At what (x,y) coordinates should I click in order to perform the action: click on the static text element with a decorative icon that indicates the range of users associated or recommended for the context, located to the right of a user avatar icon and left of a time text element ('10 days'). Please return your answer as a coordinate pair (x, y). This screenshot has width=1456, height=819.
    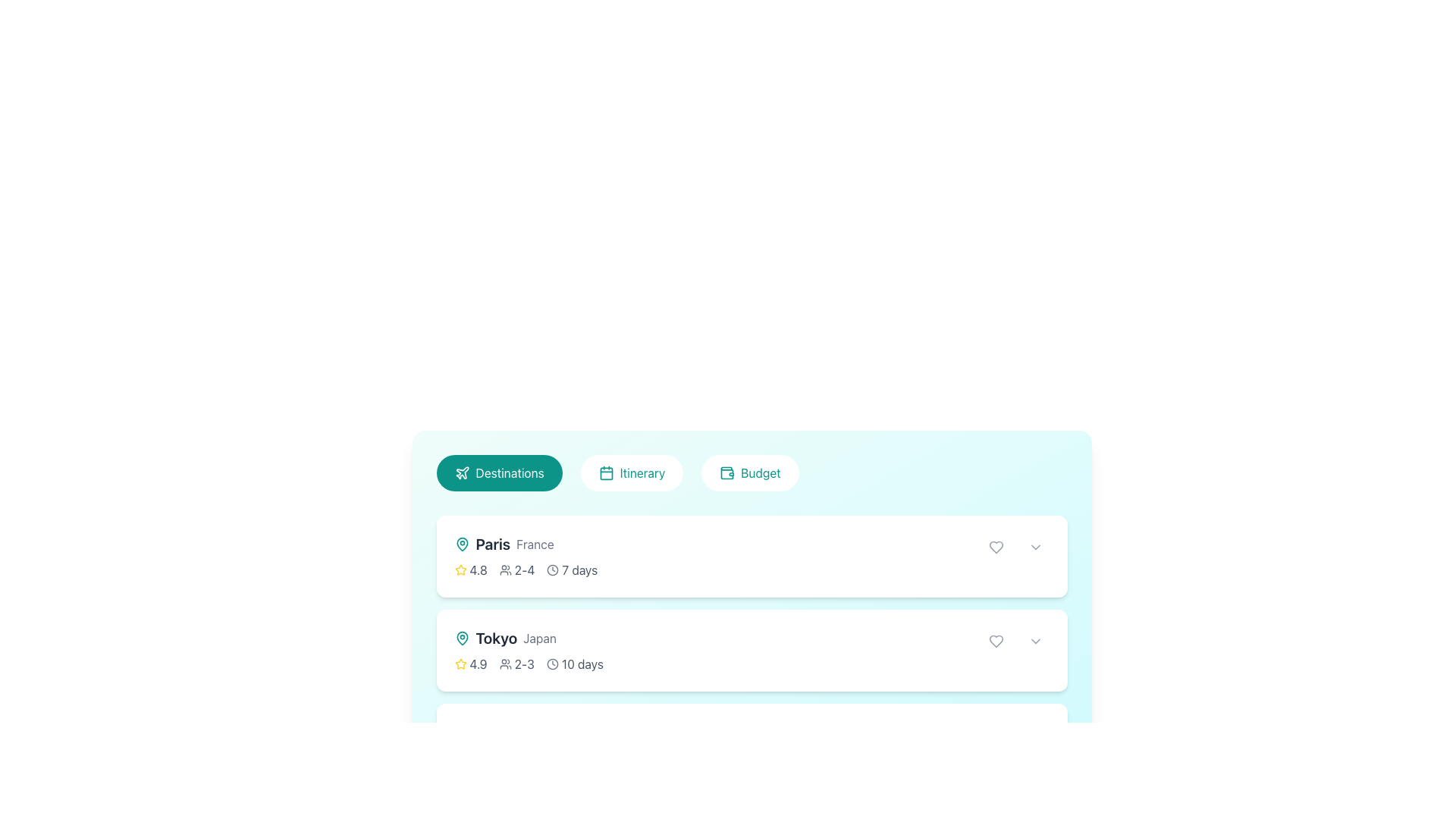
    Looking at the image, I should click on (516, 663).